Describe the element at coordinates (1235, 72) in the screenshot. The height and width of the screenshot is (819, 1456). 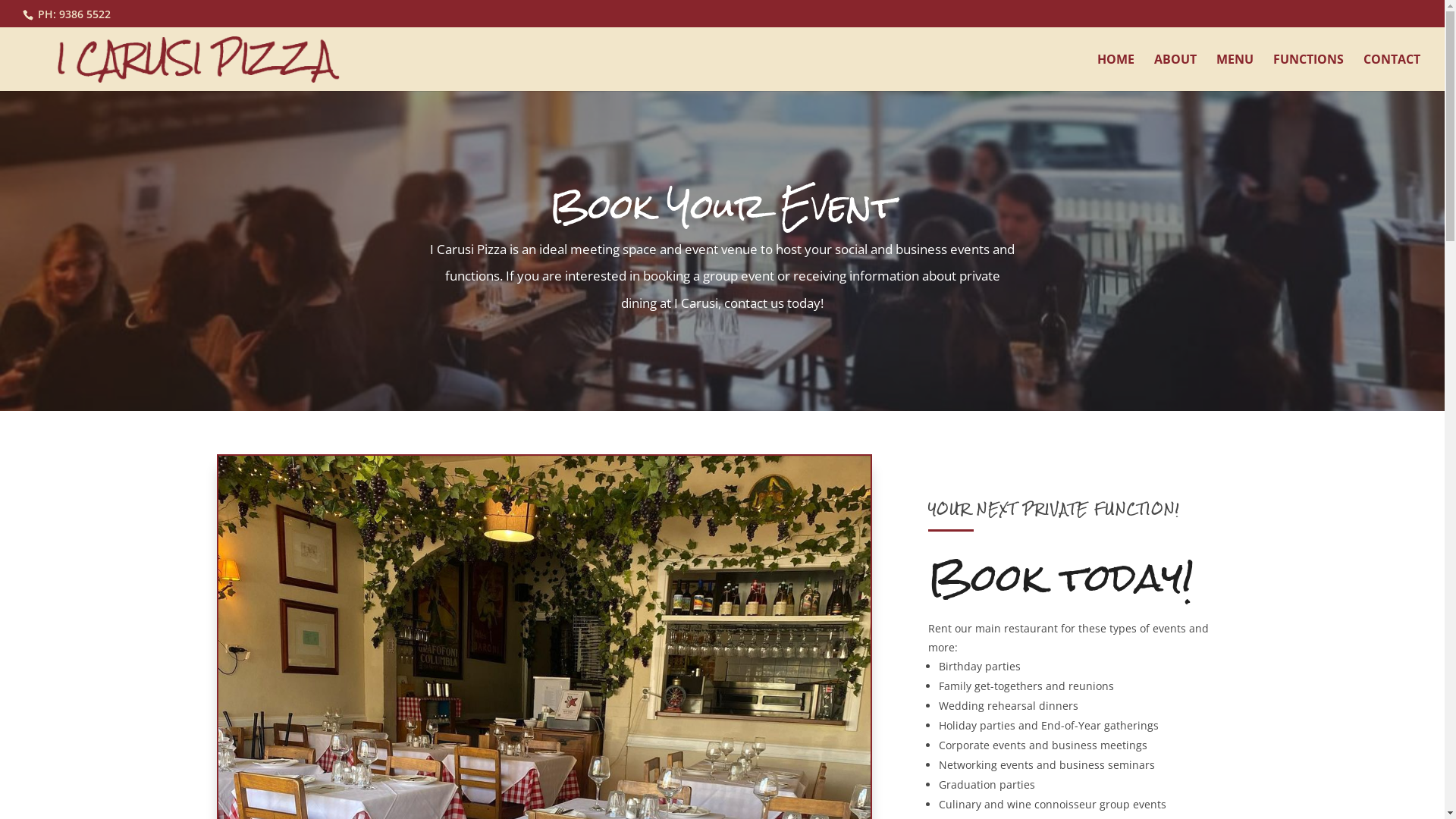
I see `'MENU'` at that location.